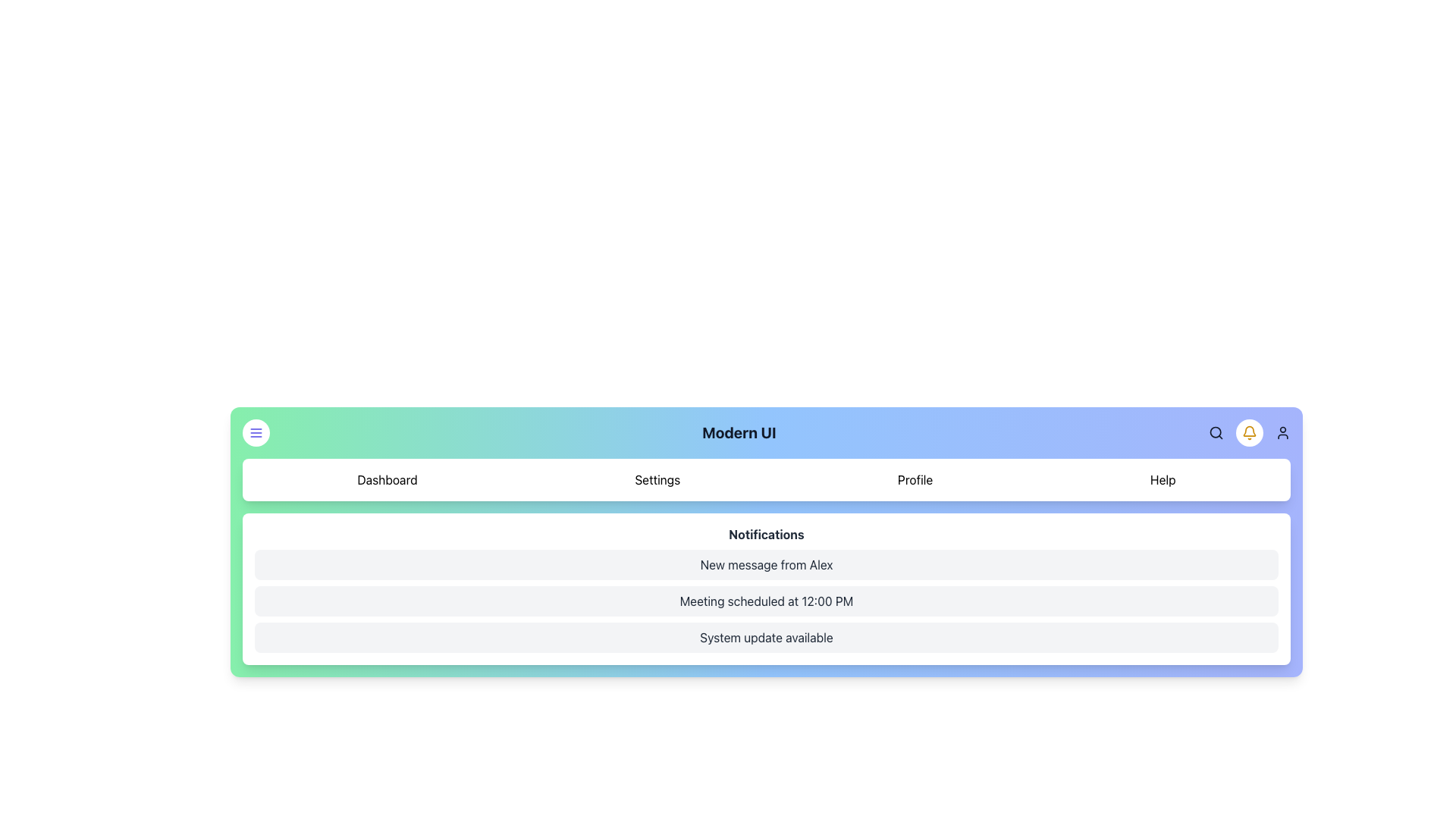 The image size is (1456, 819). What do you see at coordinates (767, 534) in the screenshot?
I see `the Text Label that serves as the header for the notifications section, positioned beneath the header navigation bar` at bounding box center [767, 534].